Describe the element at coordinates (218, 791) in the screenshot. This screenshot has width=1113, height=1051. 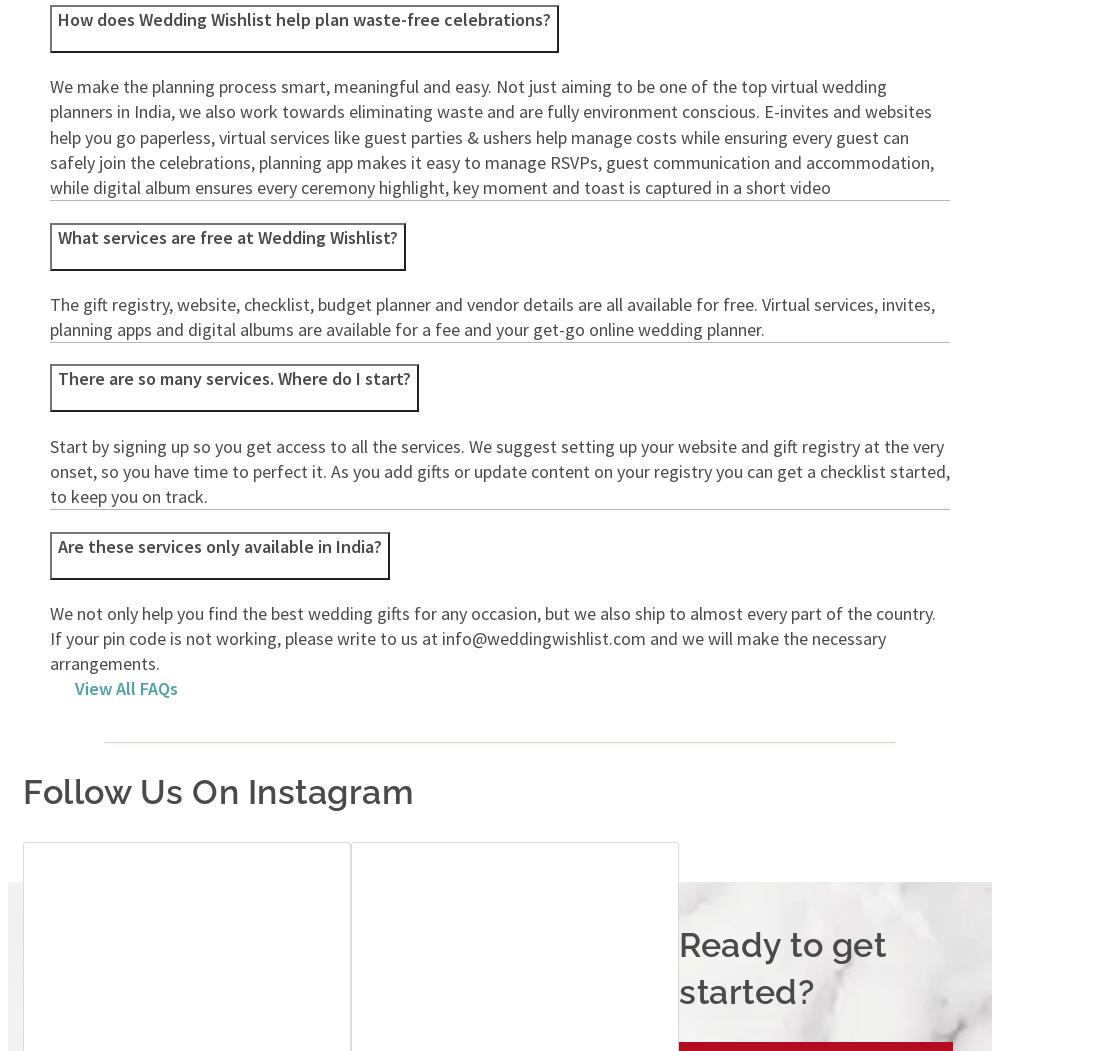
I see `'Follow Us On Instagram'` at that location.